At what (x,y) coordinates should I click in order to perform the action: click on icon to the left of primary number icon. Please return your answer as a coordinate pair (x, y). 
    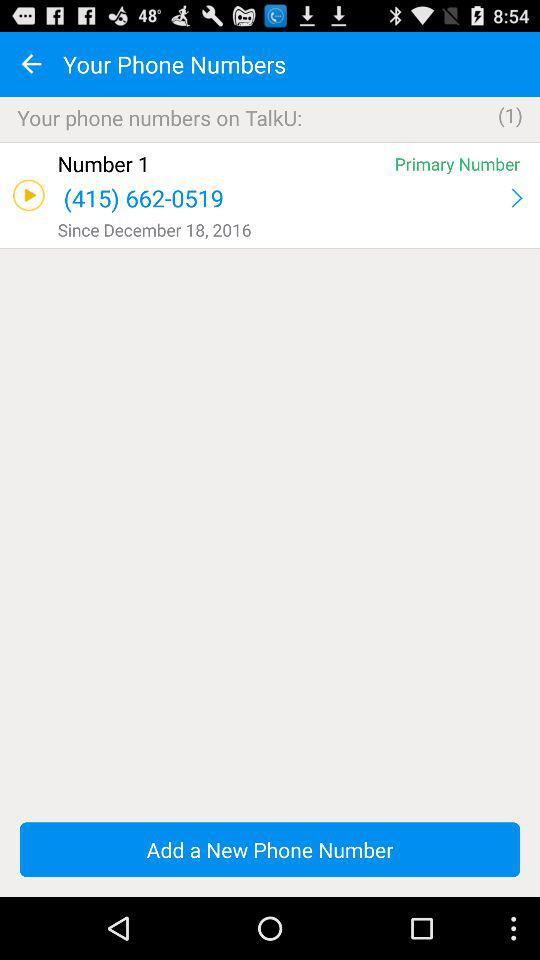
    Looking at the image, I should click on (221, 162).